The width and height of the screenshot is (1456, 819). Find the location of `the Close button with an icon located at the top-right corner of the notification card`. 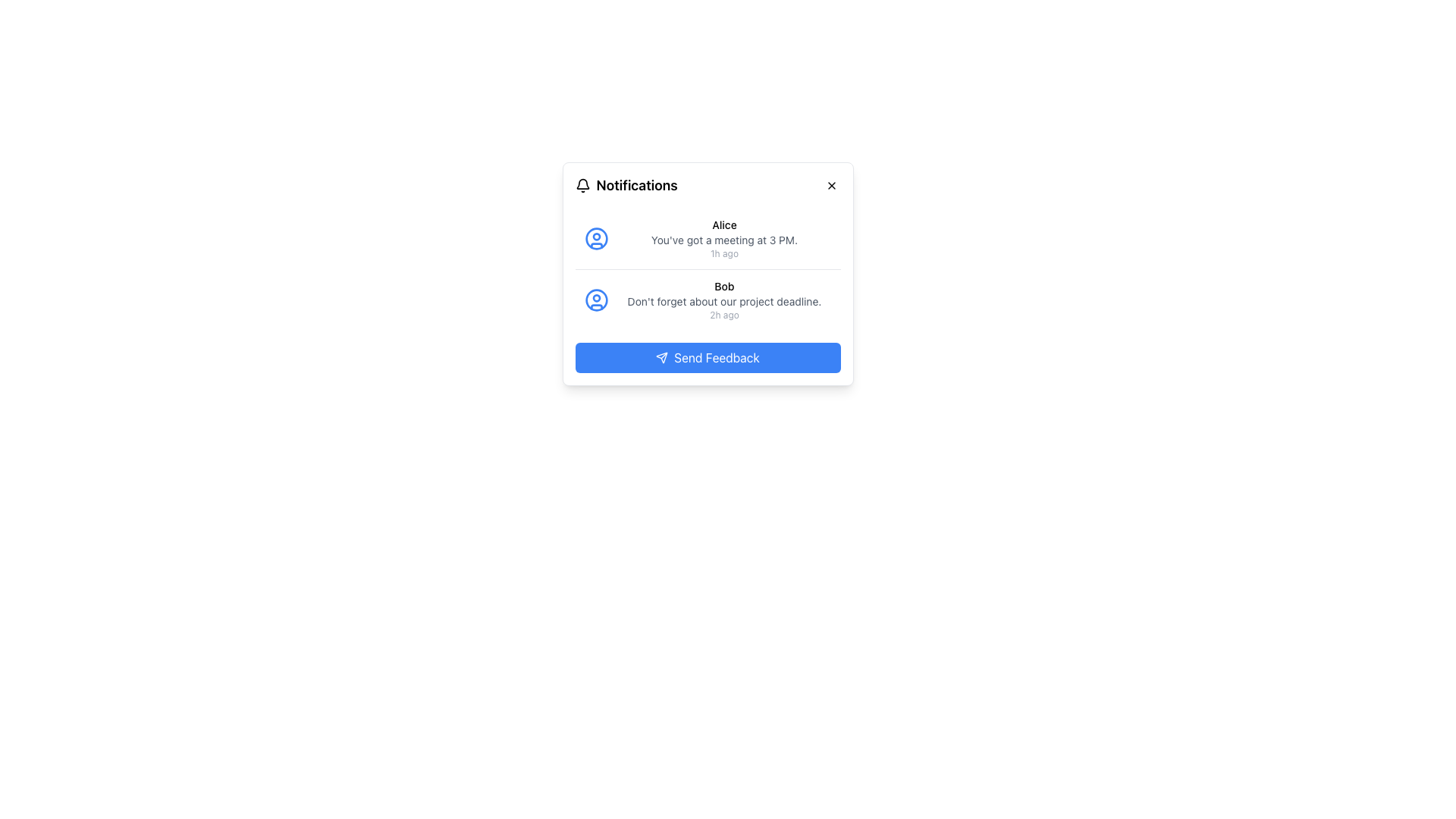

the Close button with an icon located at the top-right corner of the notification card is located at coordinates (830, 185).